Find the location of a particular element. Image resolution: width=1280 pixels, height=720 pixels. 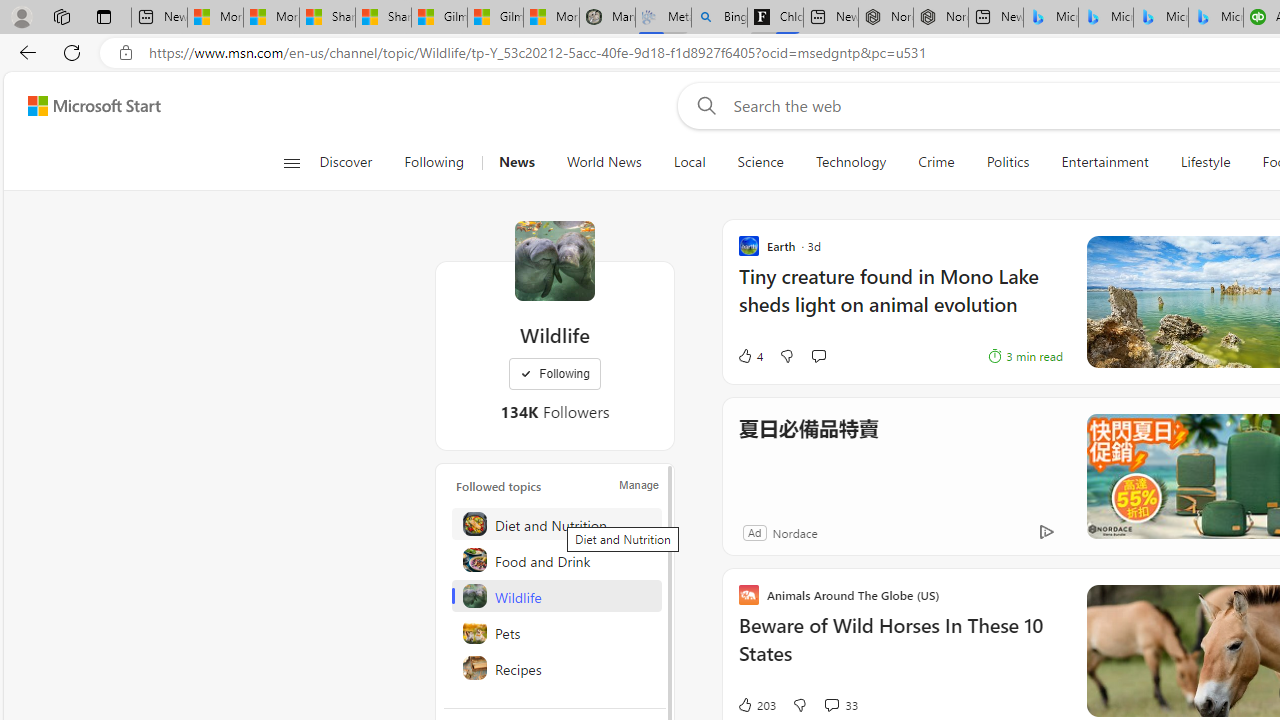

'Microsoft Bing Travel - Stays in Bangkok, Bangkok, Thailand' is located at coordinates (1104, 17).